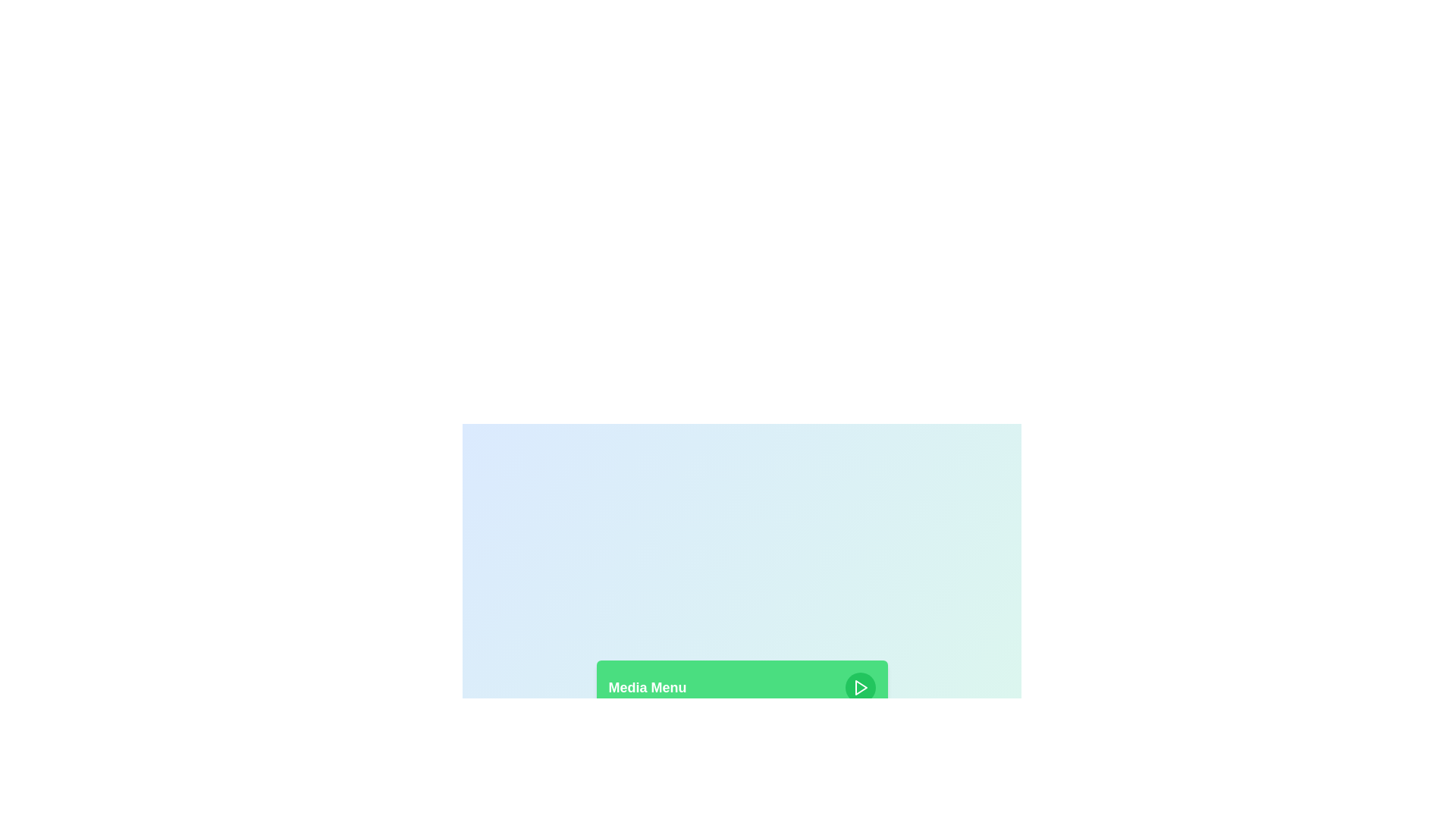 The width and height of the screenshot is (1456, 819). What do you see at coordinates (742, 812) in the screenshot?
I see `the category Music from the media options` at bounding box center [742, 812].